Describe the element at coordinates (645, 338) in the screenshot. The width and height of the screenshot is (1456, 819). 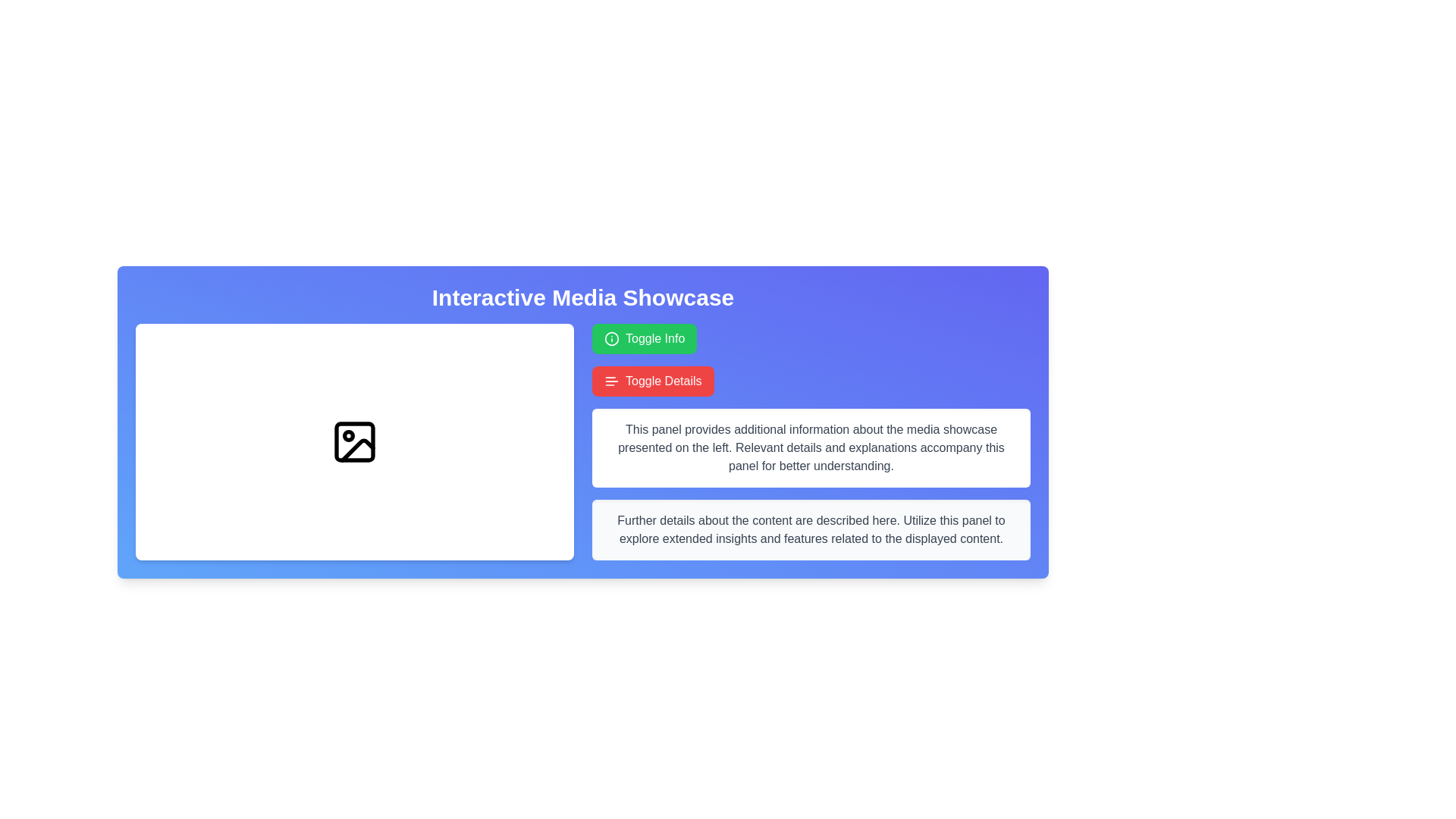
I see `the toggle button located in the top-right section of the interface to observe any hover effects` at that location.